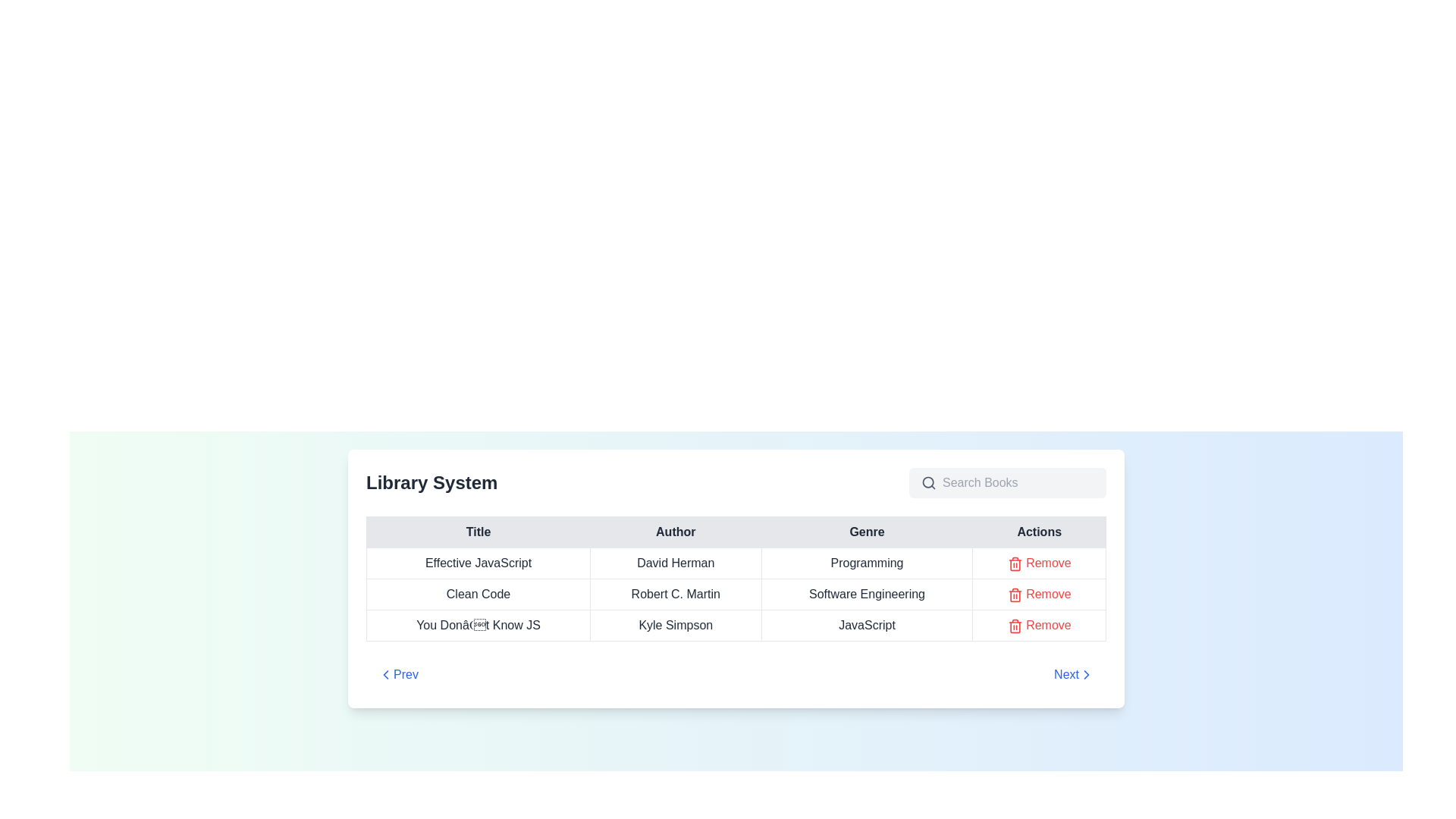 The image size is (1456, 819). What do you see at coordinates (867, 563) in the screenshot?
I see `the text label representing the genre of the book 'Effective JavaScript' as 'Programming', located in the 'Genre' column of the first row of the table` at bounding box center [867, 563].